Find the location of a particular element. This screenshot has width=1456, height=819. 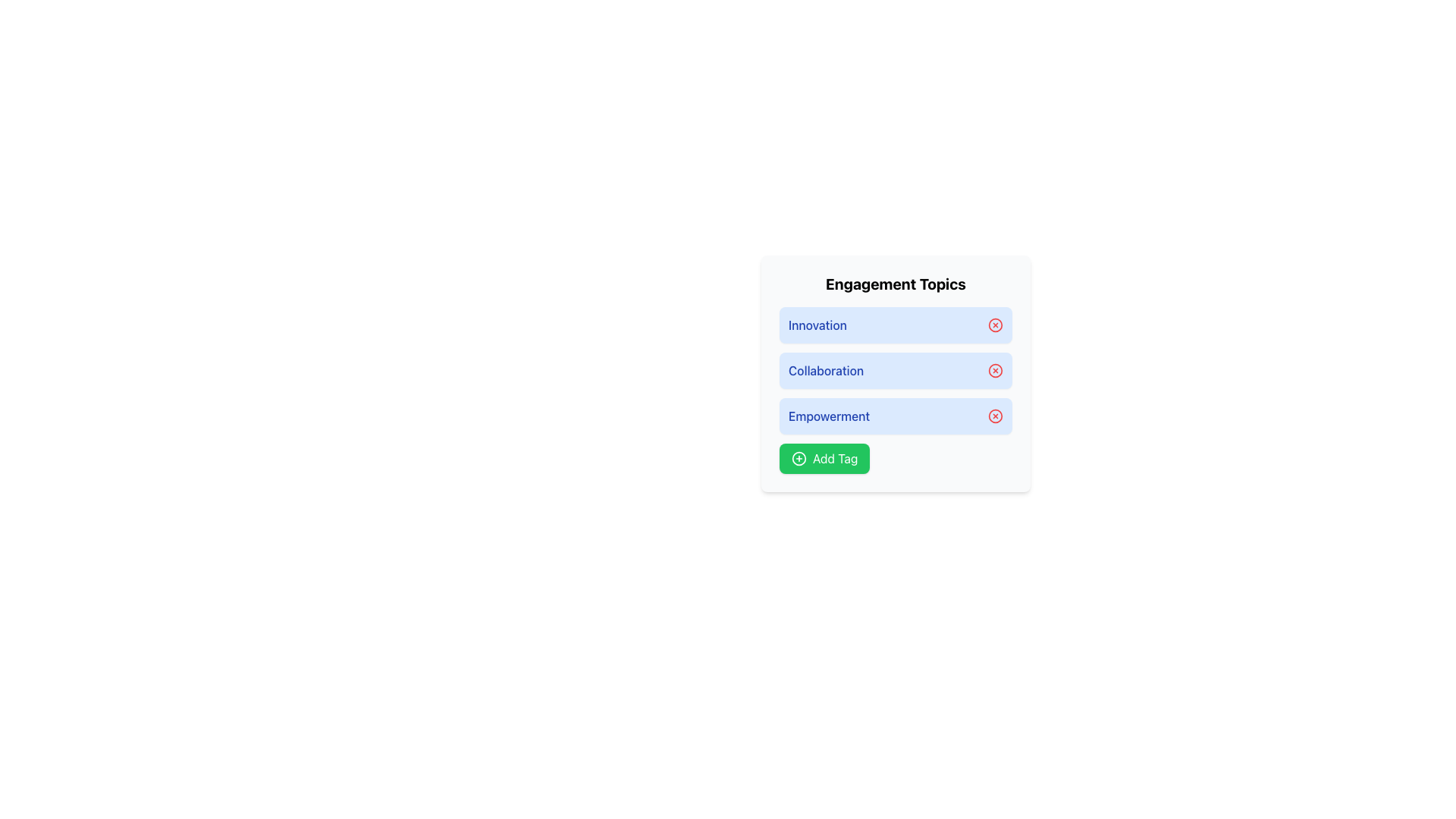

the rectangular button with a green background and rounded corners labeled 'Add Tag' to observe hover effects is located at coordinates (824, 458).